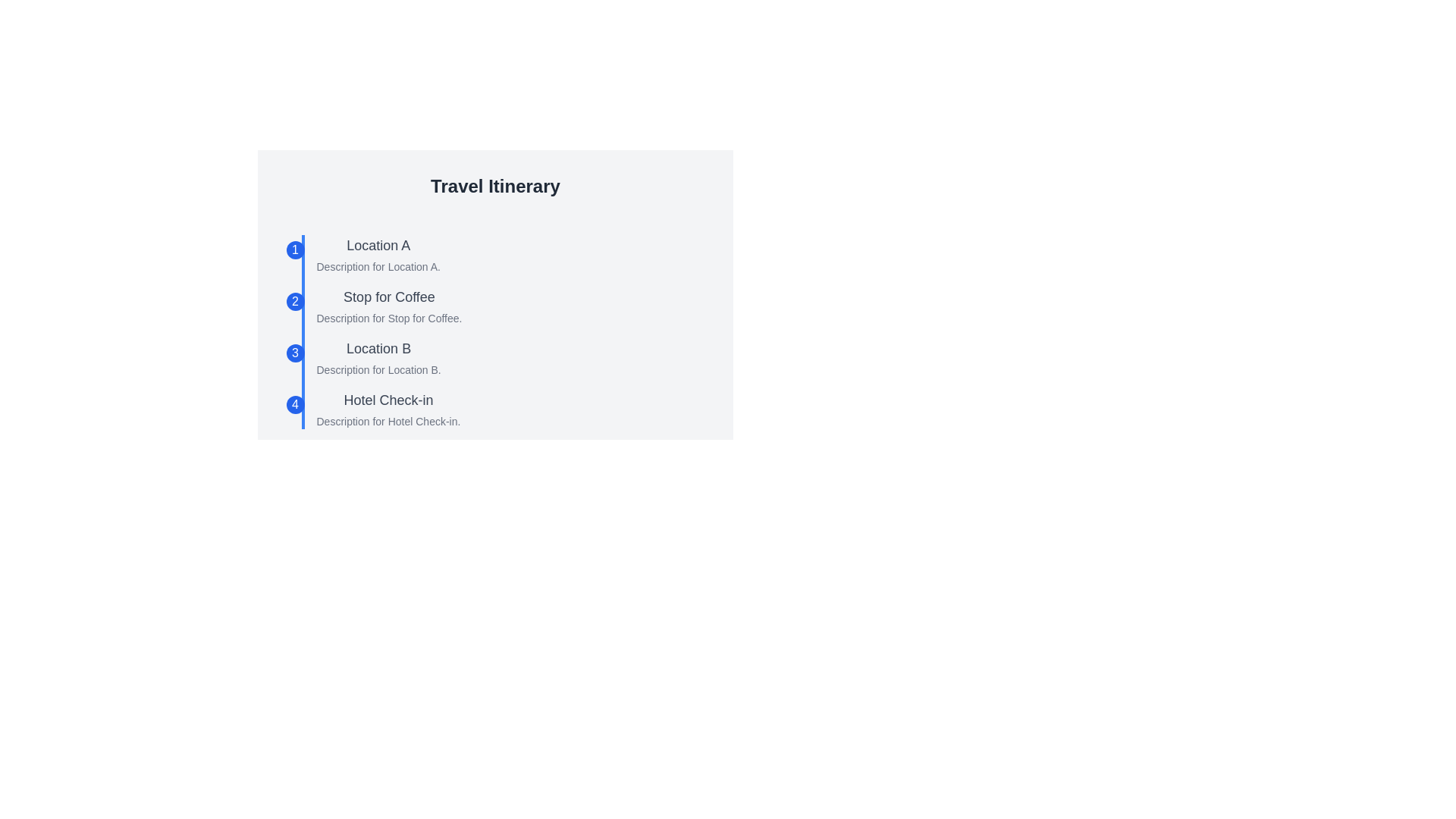  What do you see at coordinates (295, 249) in the screenshot?
I see `the first step icon of the timeline, which is a circular marker with a numerical label, located adjacent to the text 'Location A'` at bounding box center [295, 249].